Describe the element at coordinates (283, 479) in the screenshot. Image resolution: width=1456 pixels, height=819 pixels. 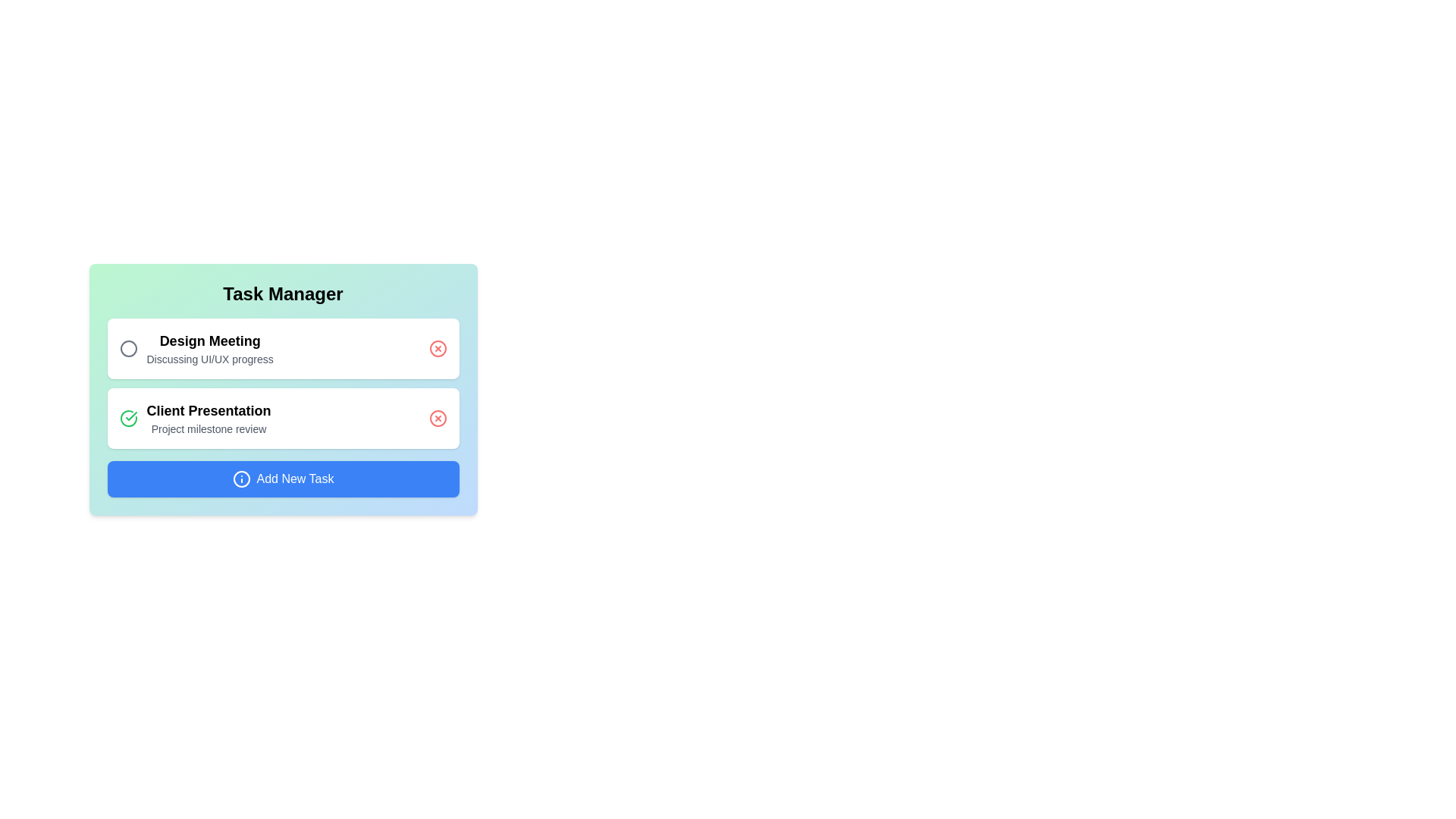
I see `the 'Add New Task' button` at that location.